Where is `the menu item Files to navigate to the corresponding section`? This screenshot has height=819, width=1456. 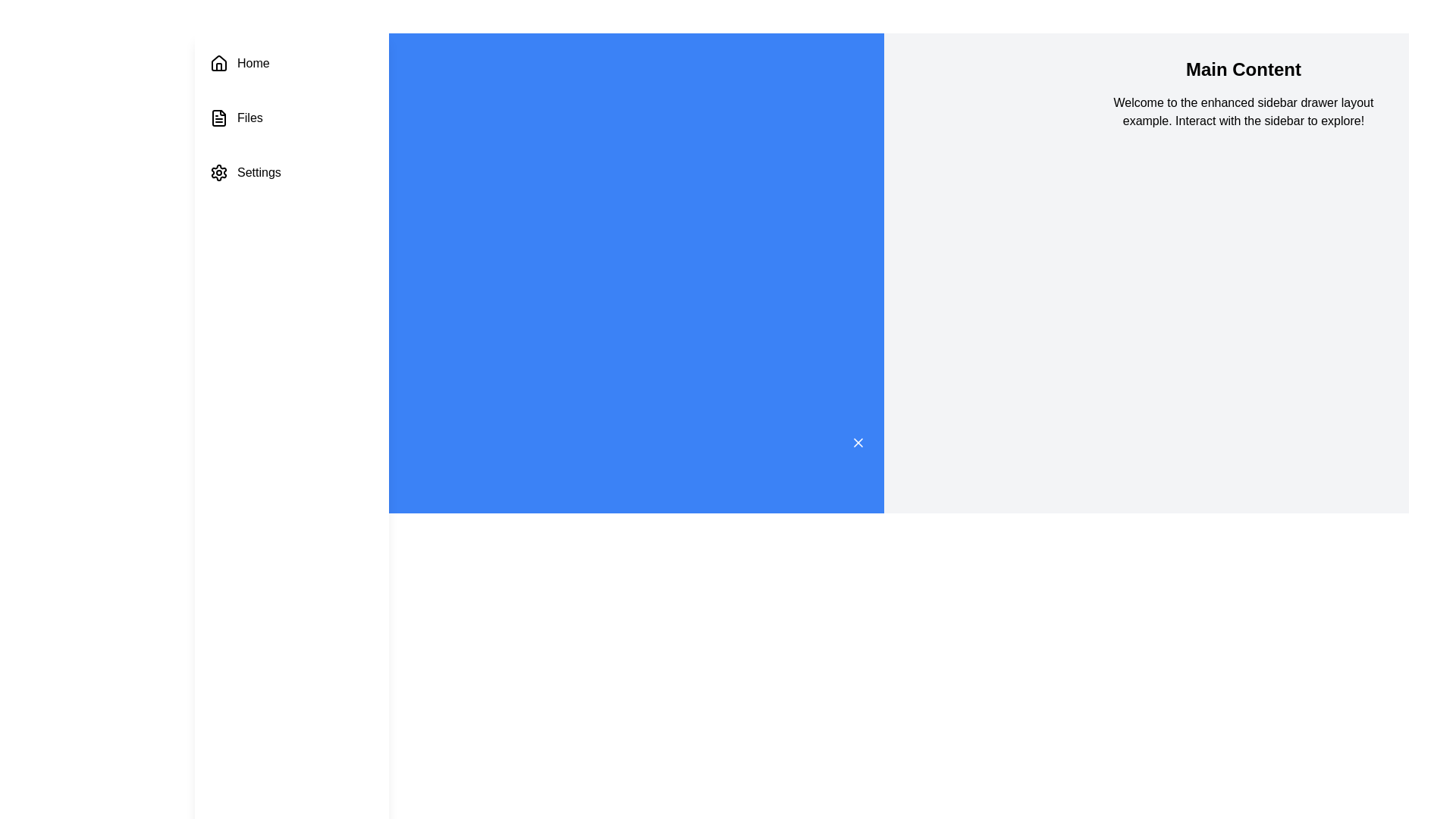
the menu item Files to navigate to the corresponding section is located at coordinates (291, 117).